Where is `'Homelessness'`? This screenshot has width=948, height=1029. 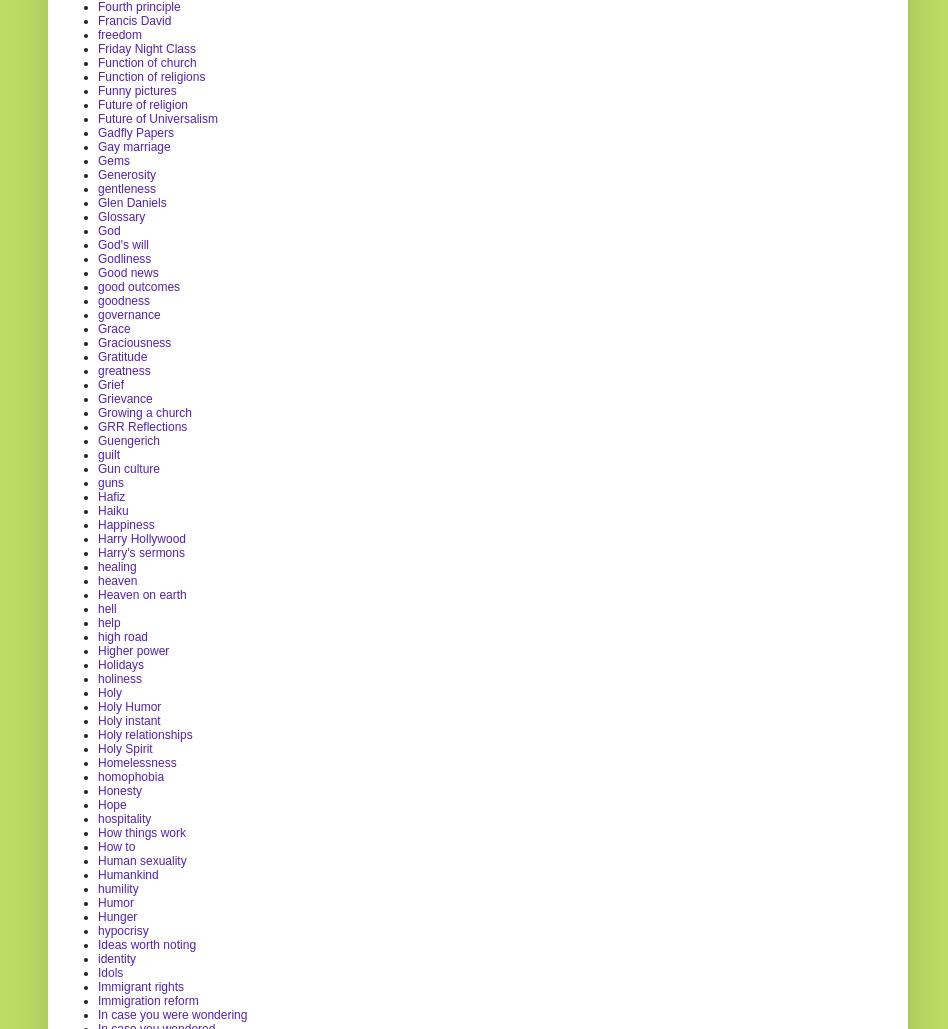
'Homelessness' is located at coordinates (135, 761).